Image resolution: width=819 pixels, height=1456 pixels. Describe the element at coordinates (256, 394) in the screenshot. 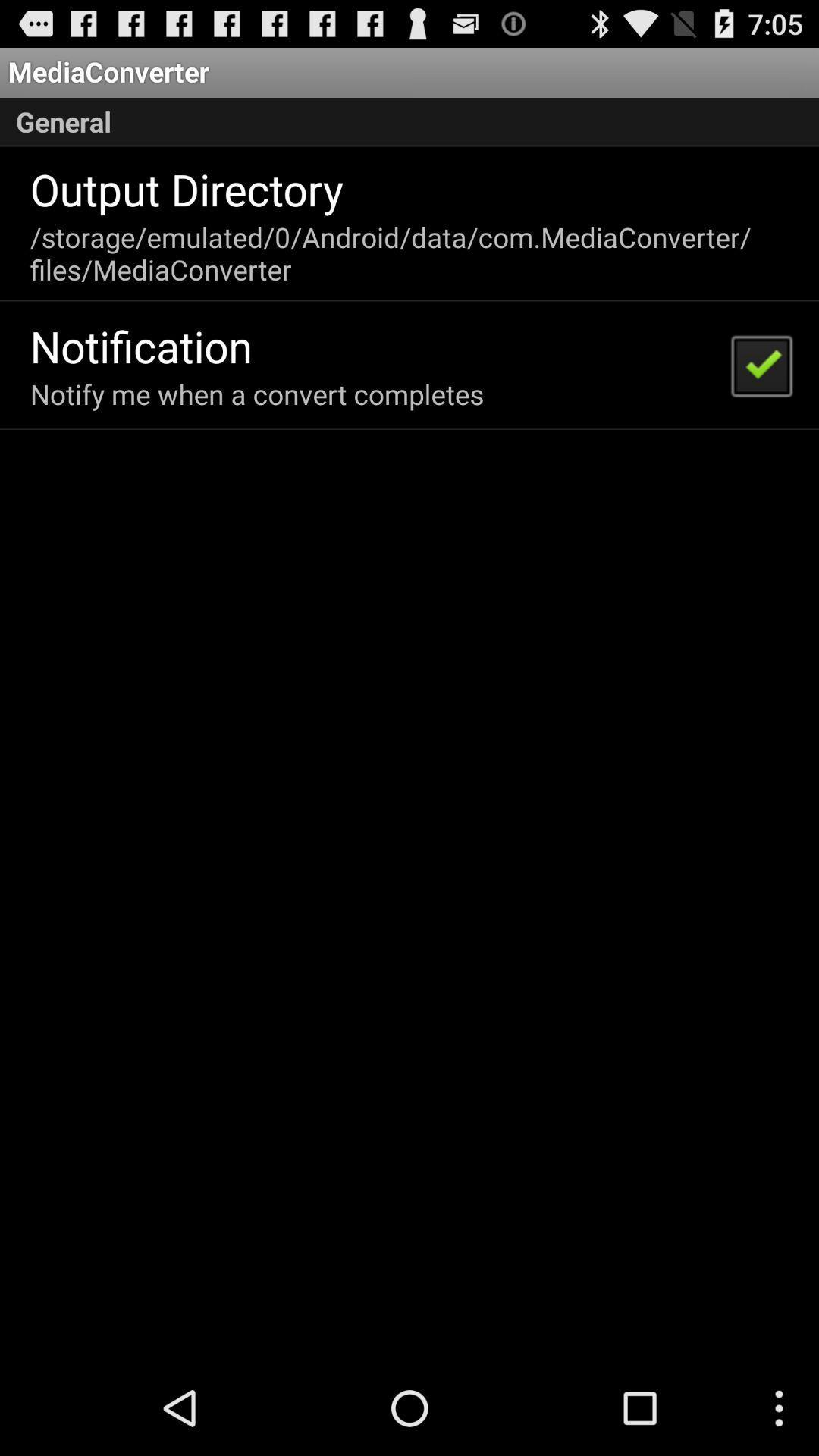

I see `the notify me when item` at that location.